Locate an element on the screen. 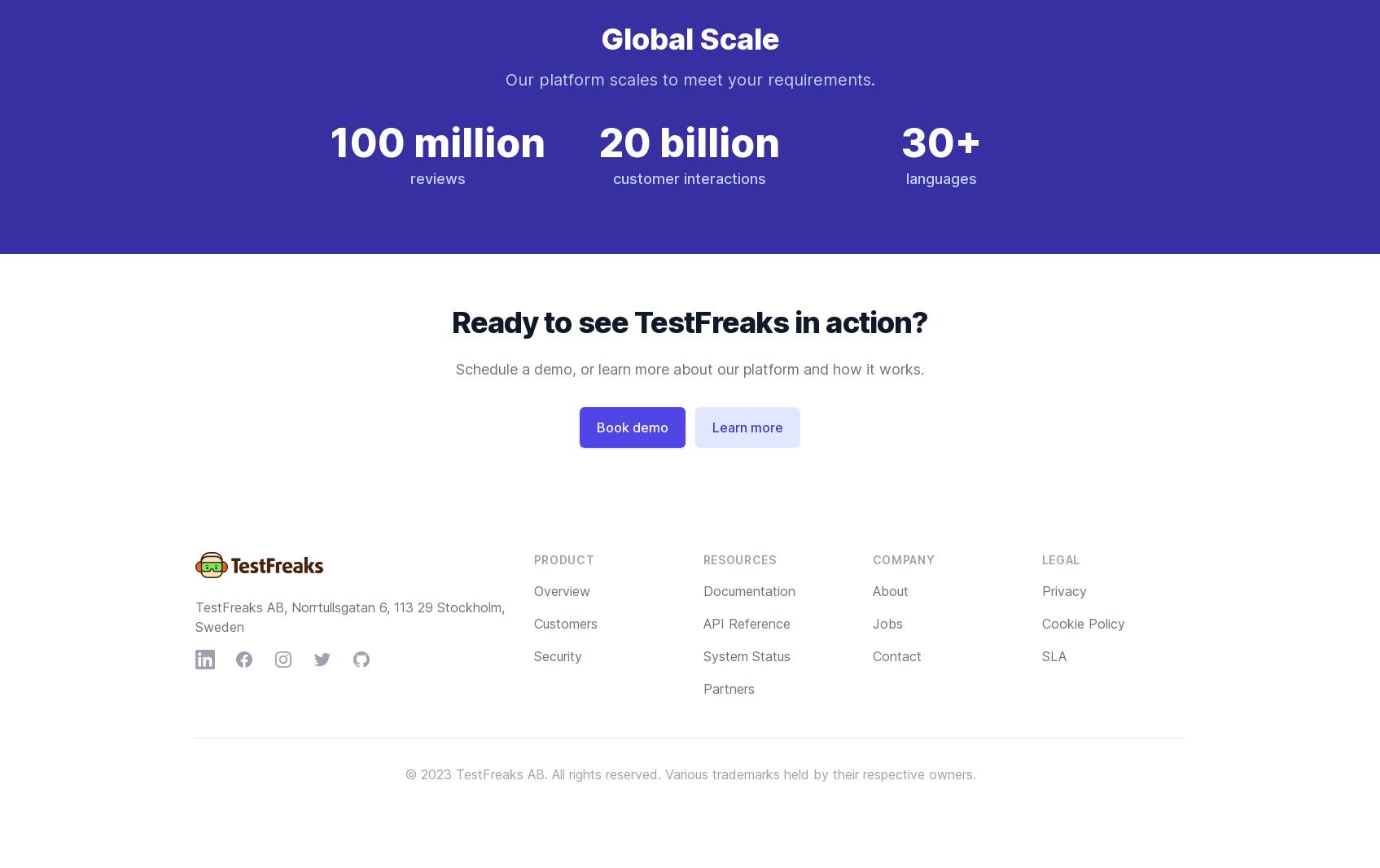 The height and width of the screenshot is (868, 1380). 'Book demo' is located at coordinates (631, 427).